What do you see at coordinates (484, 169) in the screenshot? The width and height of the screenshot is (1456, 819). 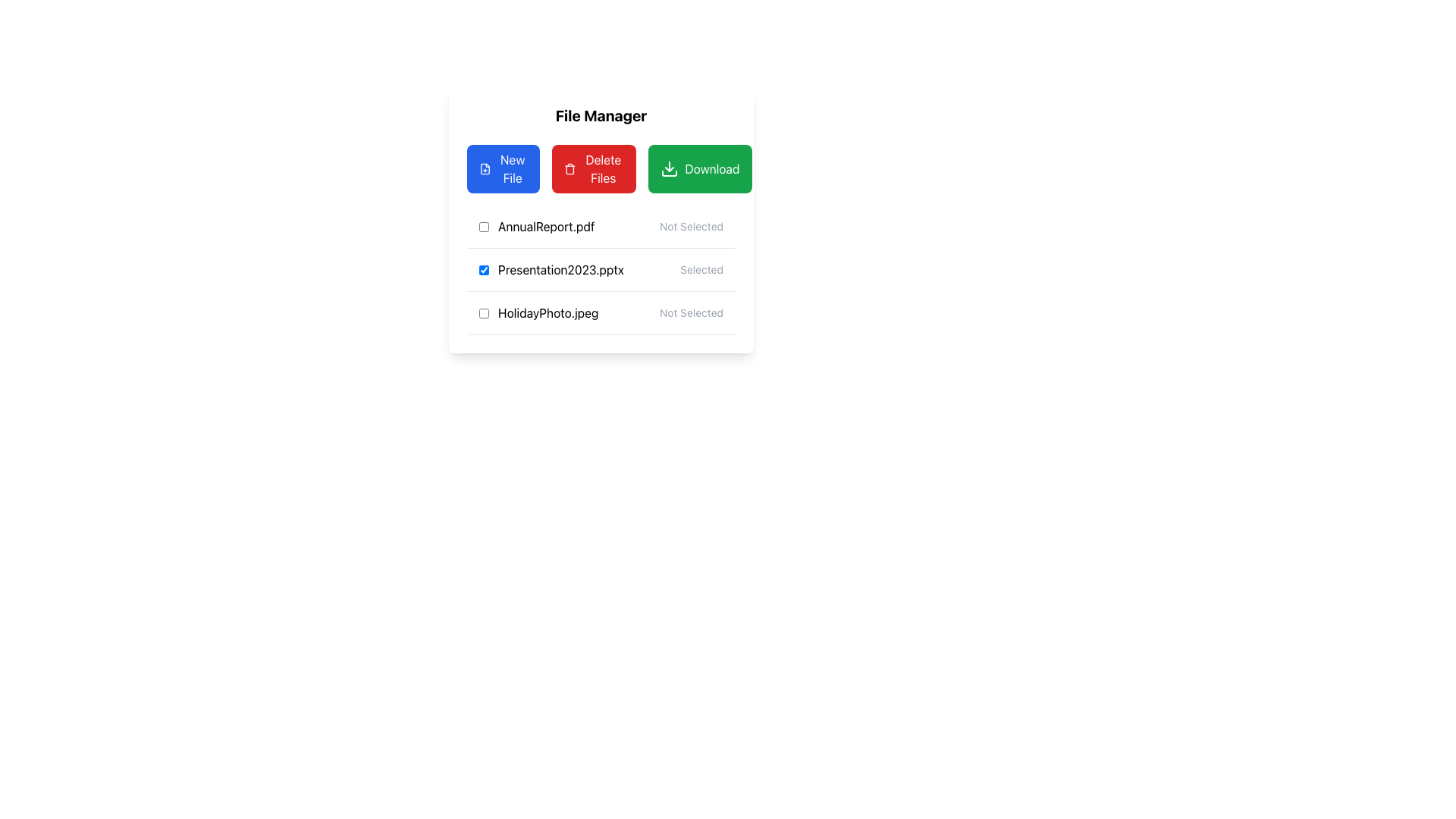 I see `the 'New File' button which contains a blue document icon with a '+' symbol, positioned at the top-left corner of the 'File Manager' interface` at bounding box center [484, 169].